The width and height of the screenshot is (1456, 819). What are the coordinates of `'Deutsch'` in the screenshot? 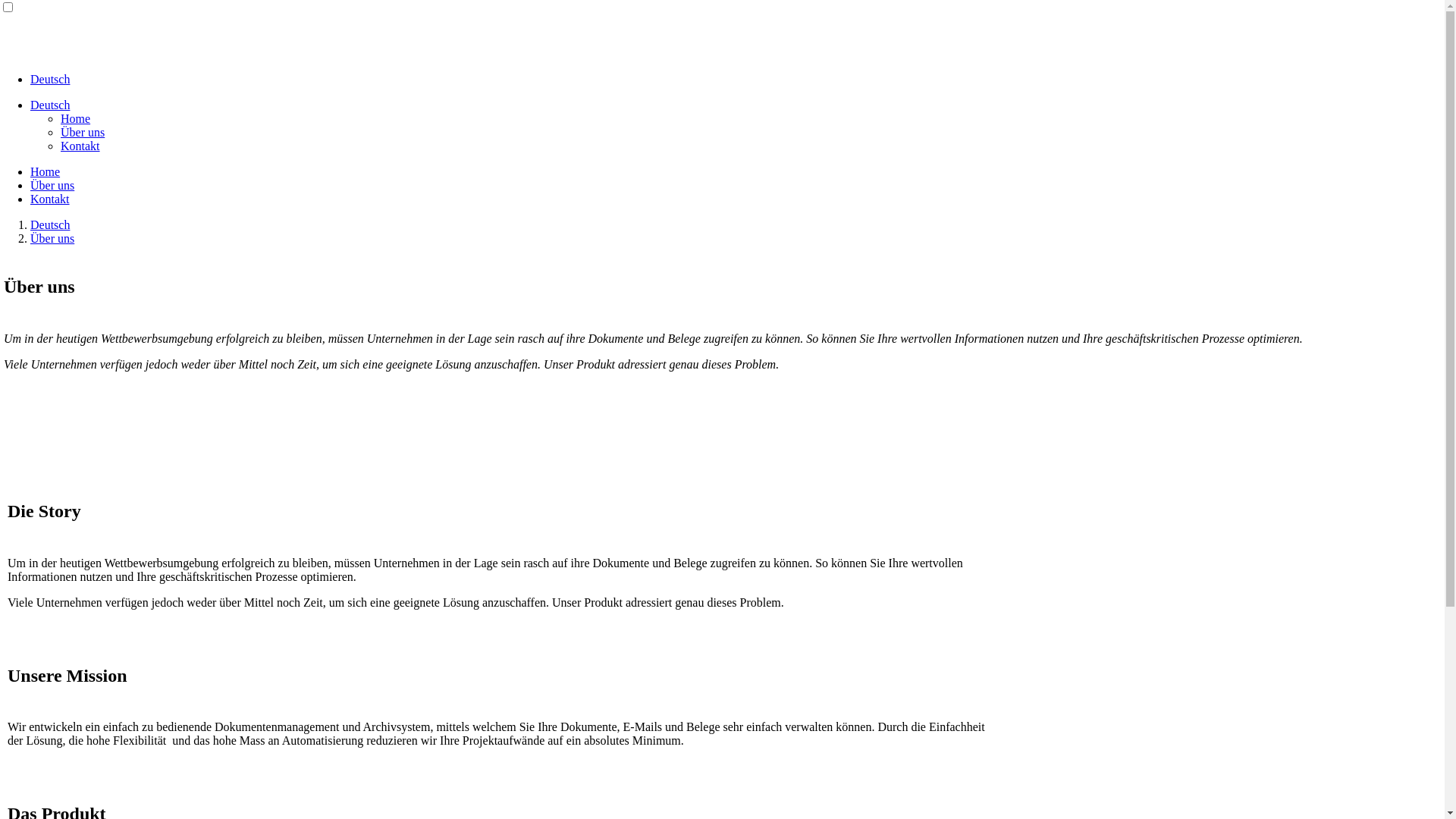 It's located at (50, 79).